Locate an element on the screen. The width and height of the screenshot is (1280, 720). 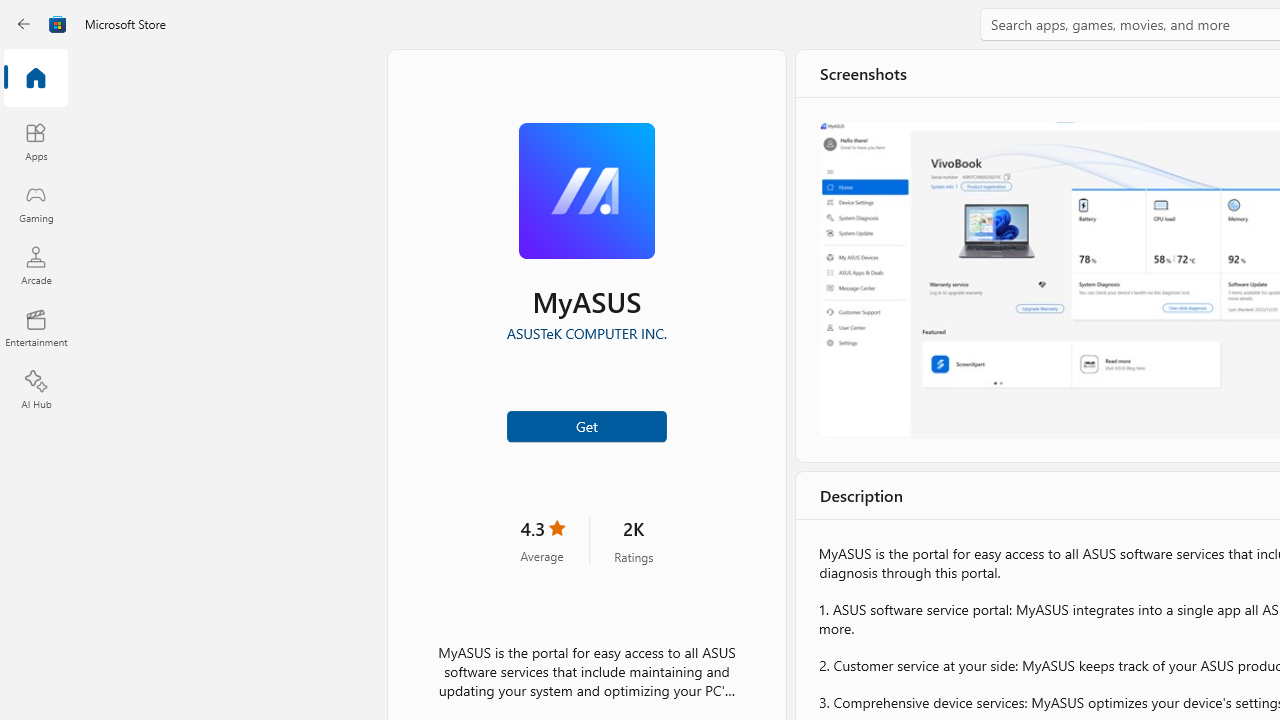
'Back' is located at coordinates (24, 24).